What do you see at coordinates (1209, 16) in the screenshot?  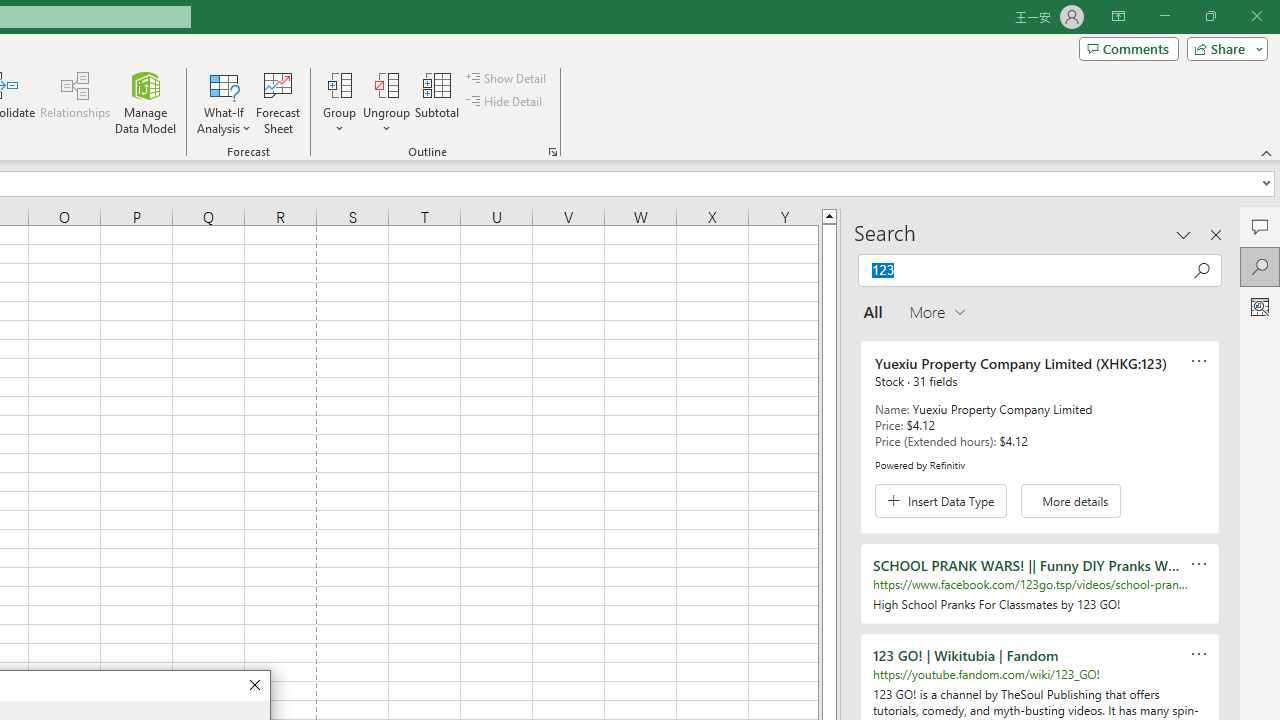 I see `'Restore Down'` at bounding box center [1209, 16].